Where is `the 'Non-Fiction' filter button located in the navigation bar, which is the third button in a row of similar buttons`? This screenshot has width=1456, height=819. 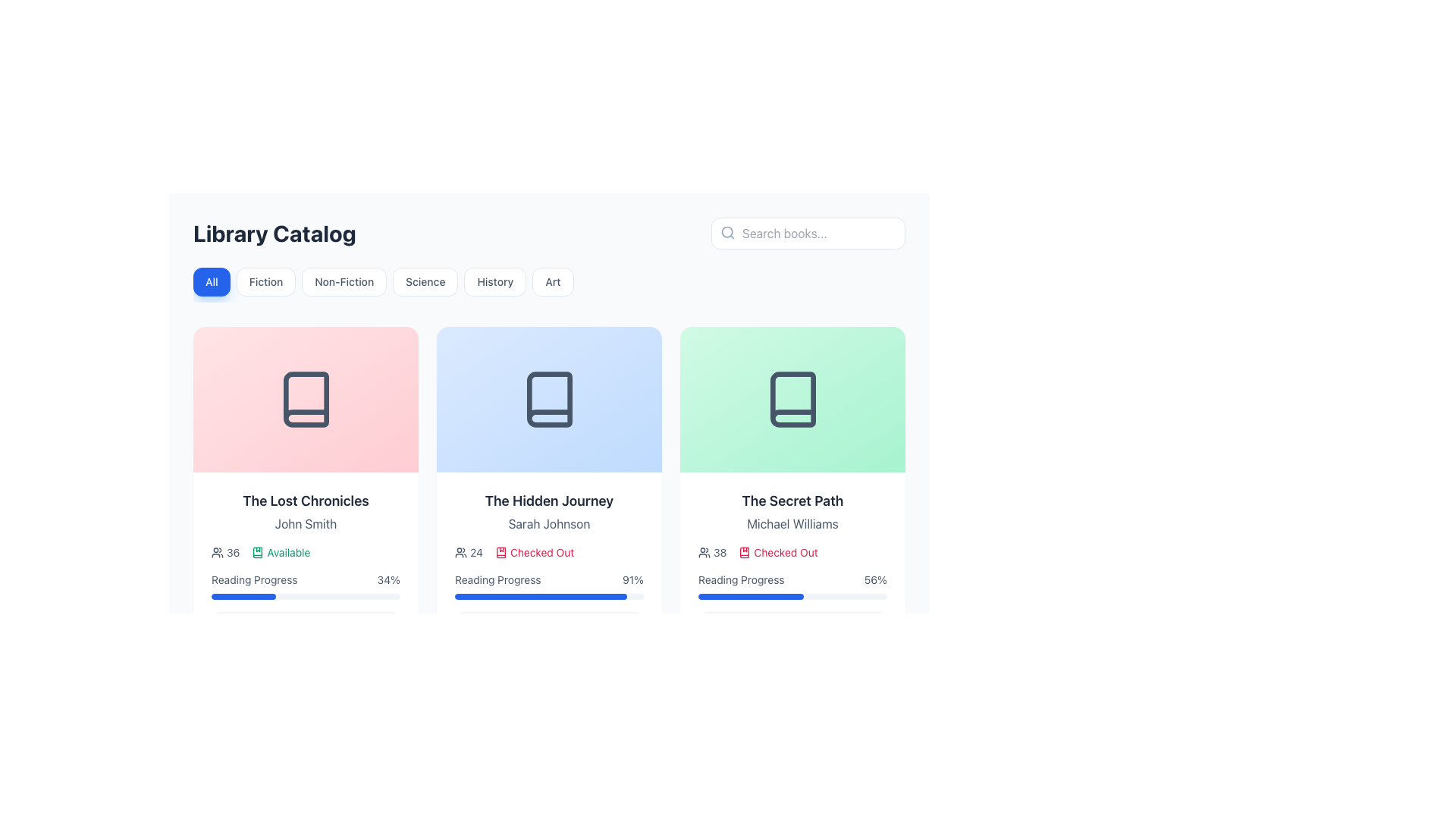 the 'Non-Fiction' filter button located in the navigation bar, which is the third button in a row of similar buttons is located at coordinates (344, 281).